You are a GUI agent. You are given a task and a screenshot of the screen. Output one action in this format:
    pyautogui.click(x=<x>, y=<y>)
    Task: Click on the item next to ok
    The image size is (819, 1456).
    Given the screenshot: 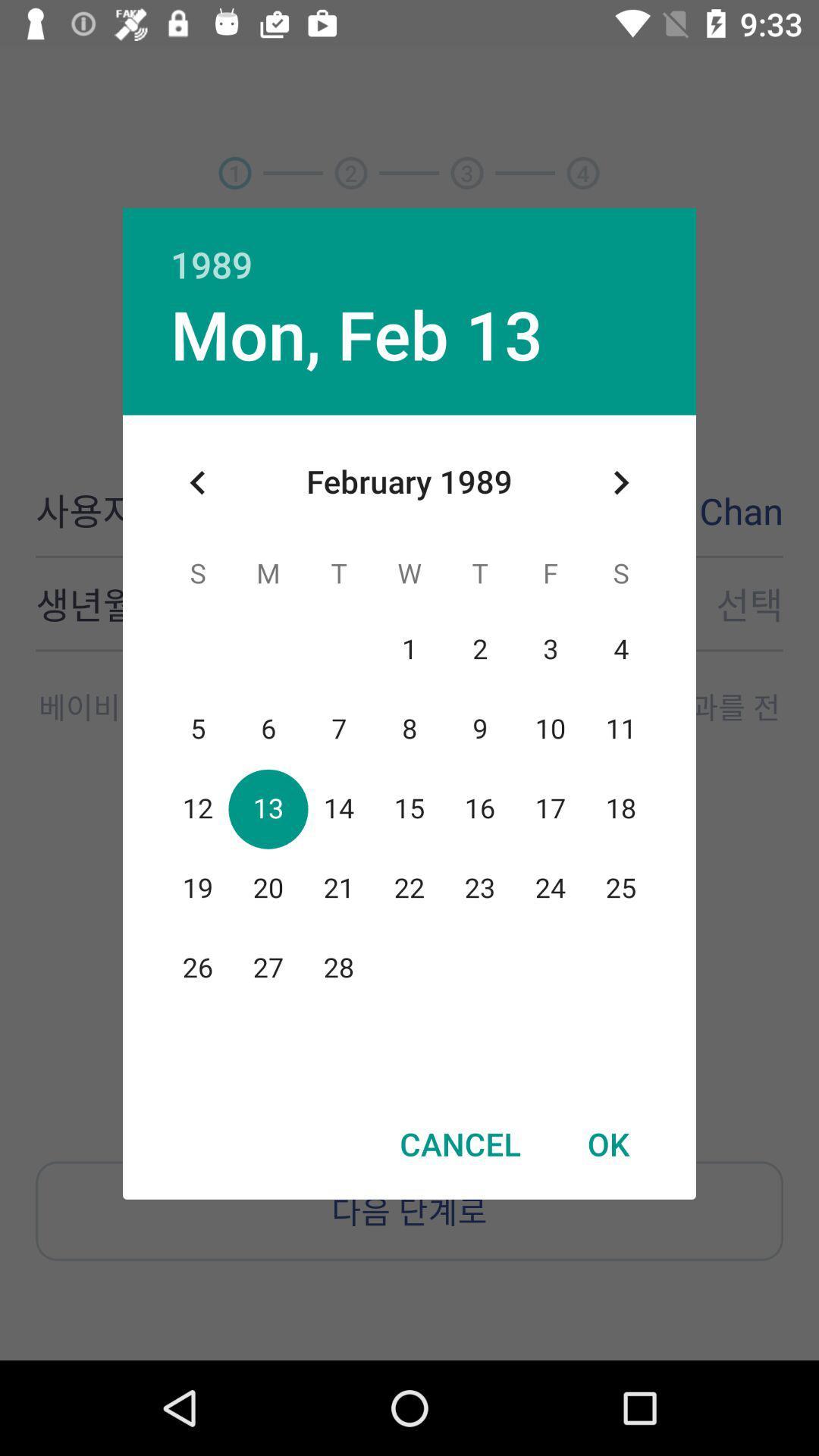 What is the action you would take?
    pyautogui.click(x=460, y=1144)
    